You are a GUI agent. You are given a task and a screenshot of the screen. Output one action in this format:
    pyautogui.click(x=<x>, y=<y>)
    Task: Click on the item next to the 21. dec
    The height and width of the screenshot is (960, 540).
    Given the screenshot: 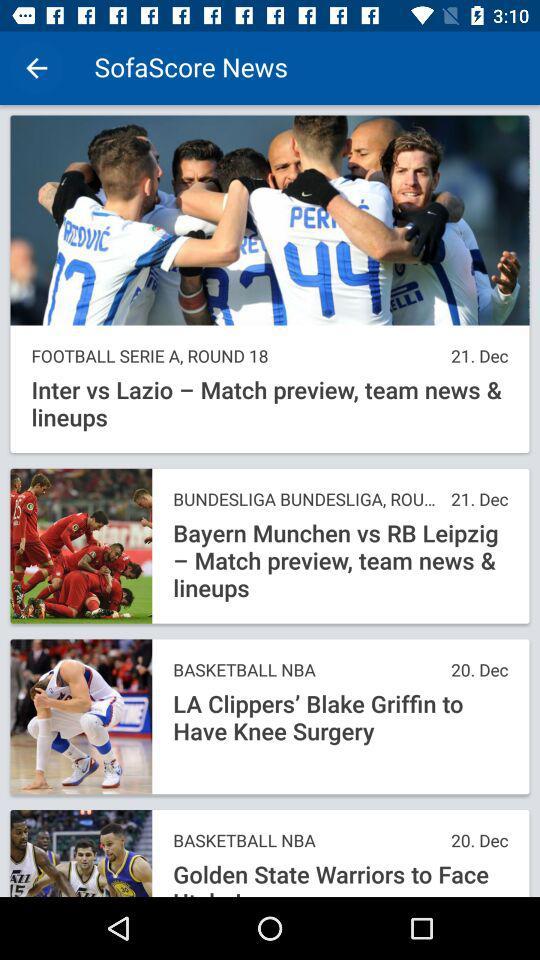 What is the action you would take?
    pyautogui.click(x=235, y=356)
    